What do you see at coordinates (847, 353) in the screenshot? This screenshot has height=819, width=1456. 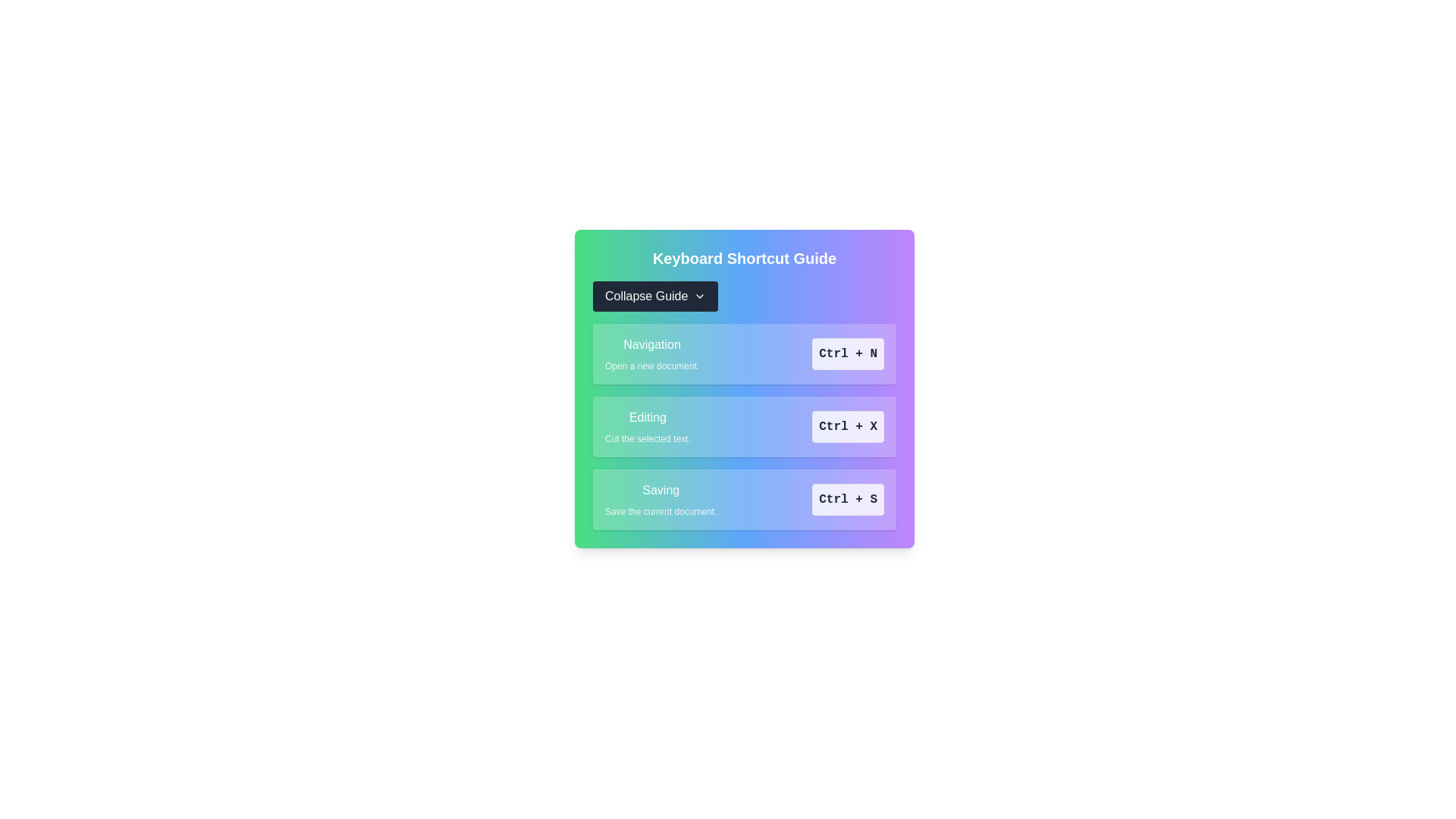 I see `the 'Ctrl + N' text label, which is bold black text on a light-colored button with a slight rounded border, located at the right-most position in the navigation group of shortcut instructions` at bounding box center [847, 353].